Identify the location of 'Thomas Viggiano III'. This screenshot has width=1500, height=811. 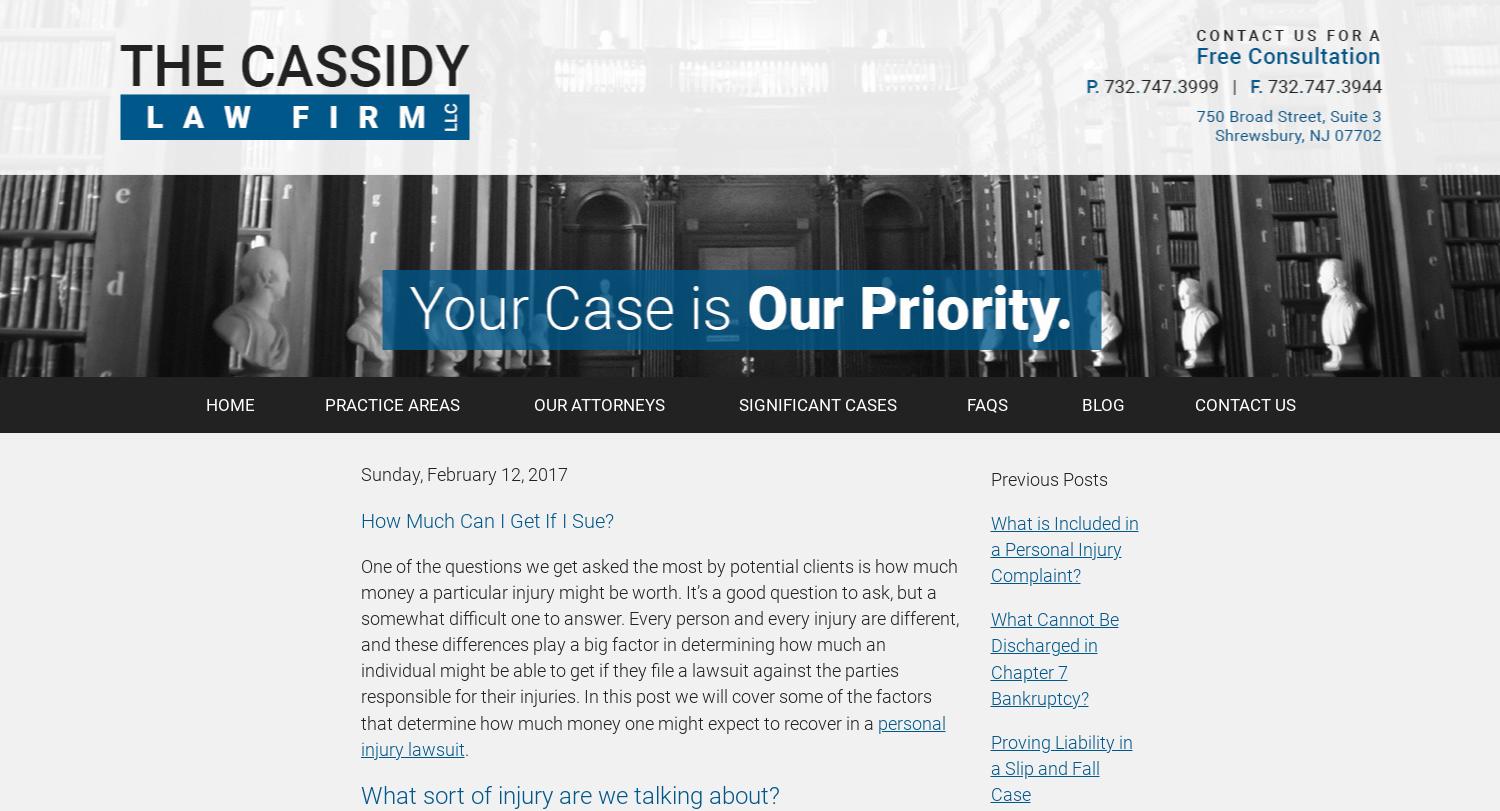
(201, 69).